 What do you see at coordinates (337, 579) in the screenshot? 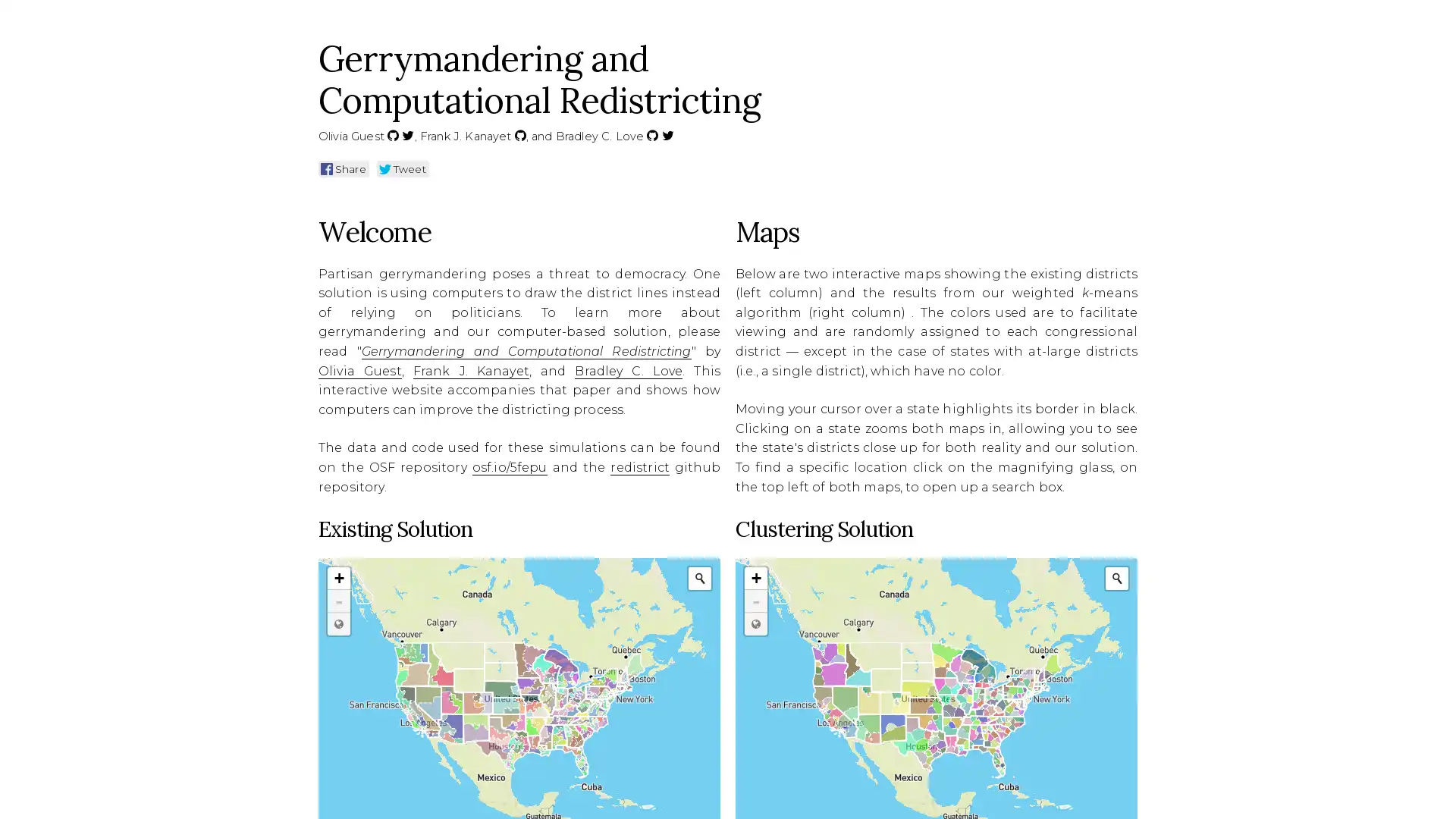
I see `Zoom in` at bounding box center [337, 579].